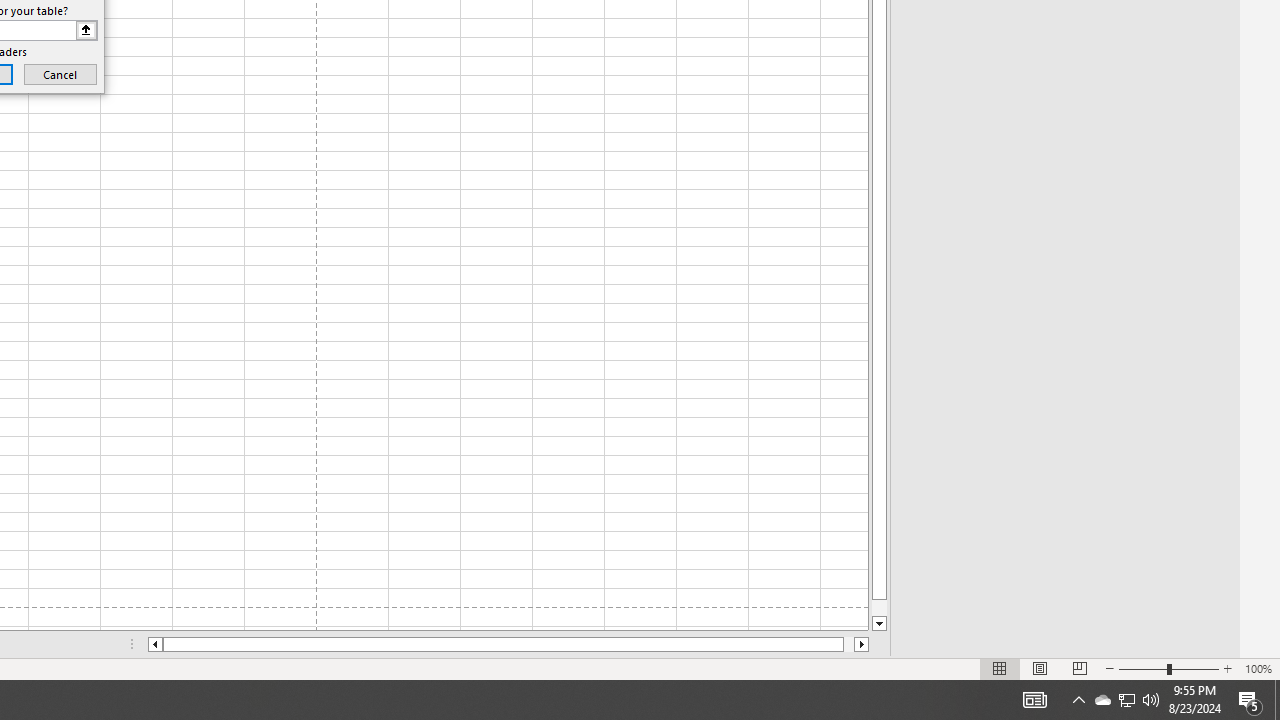 The height and width of the screenshot is (720, 1280). Describe the element at coordinates (879, 623) in the screenshot. I see `'Line down'` at that location.